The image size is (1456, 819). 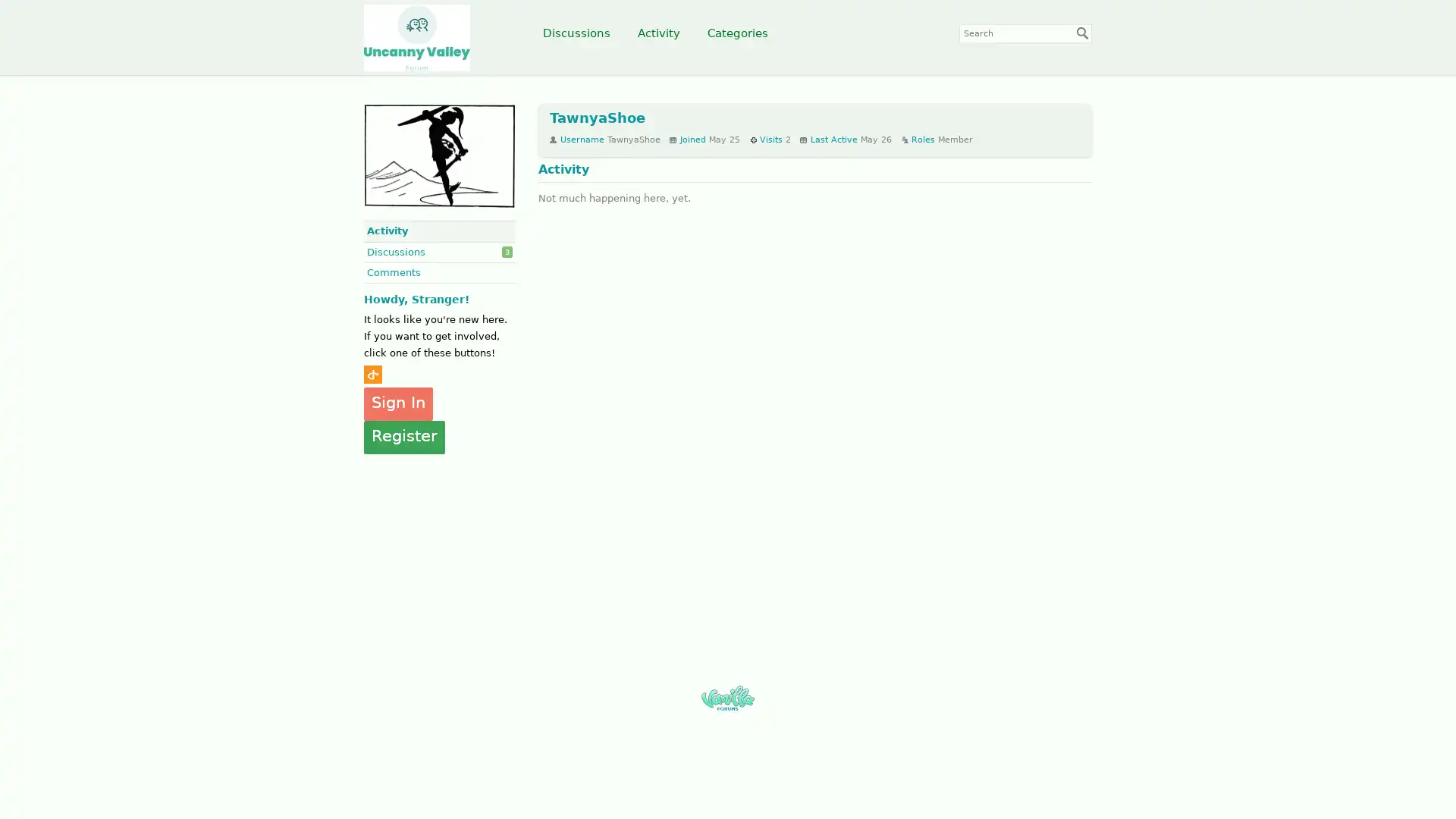 I want to click on Search, so click(x=1082, y=33).